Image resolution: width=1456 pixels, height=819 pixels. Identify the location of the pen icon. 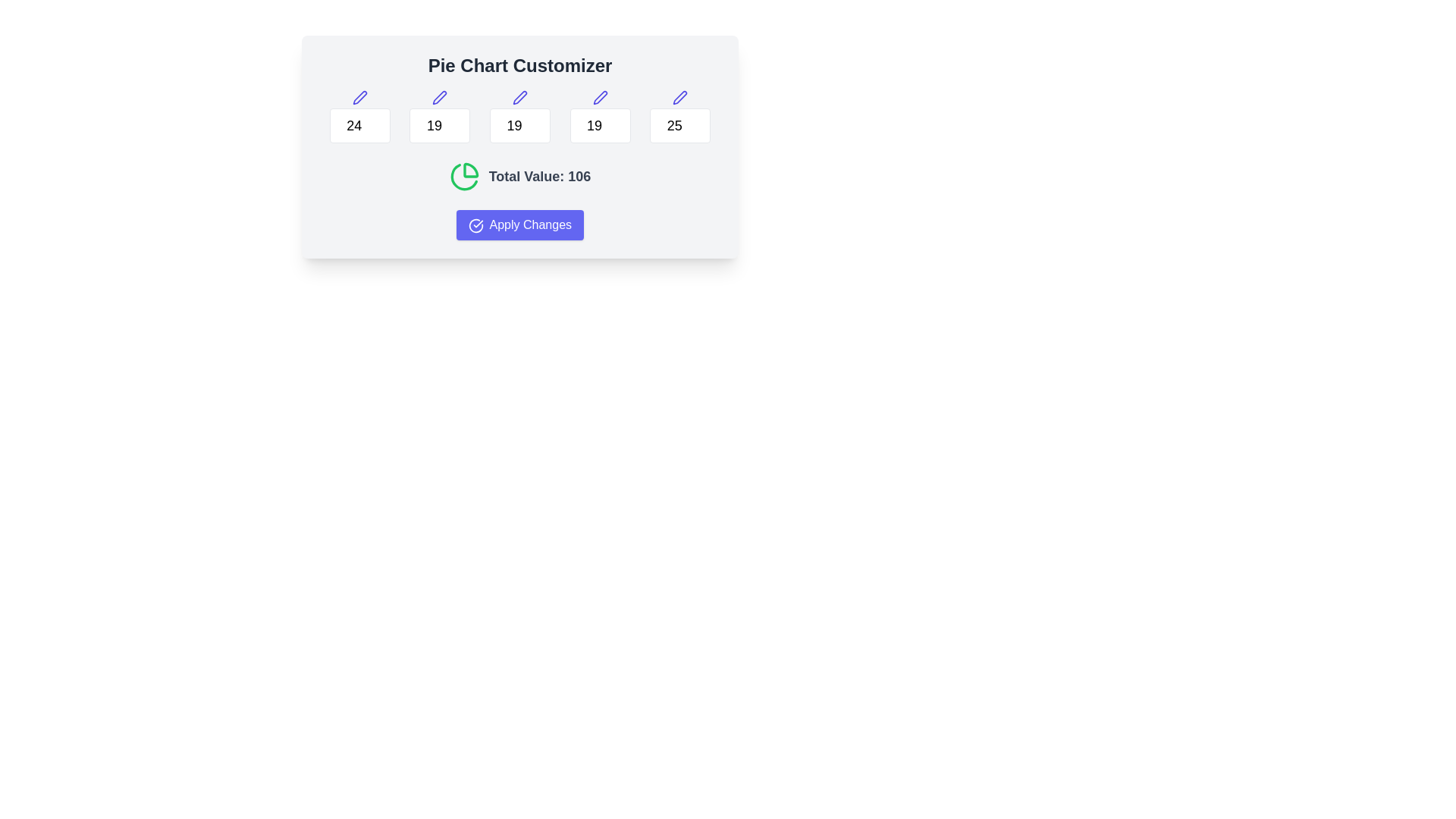
(599, 97).